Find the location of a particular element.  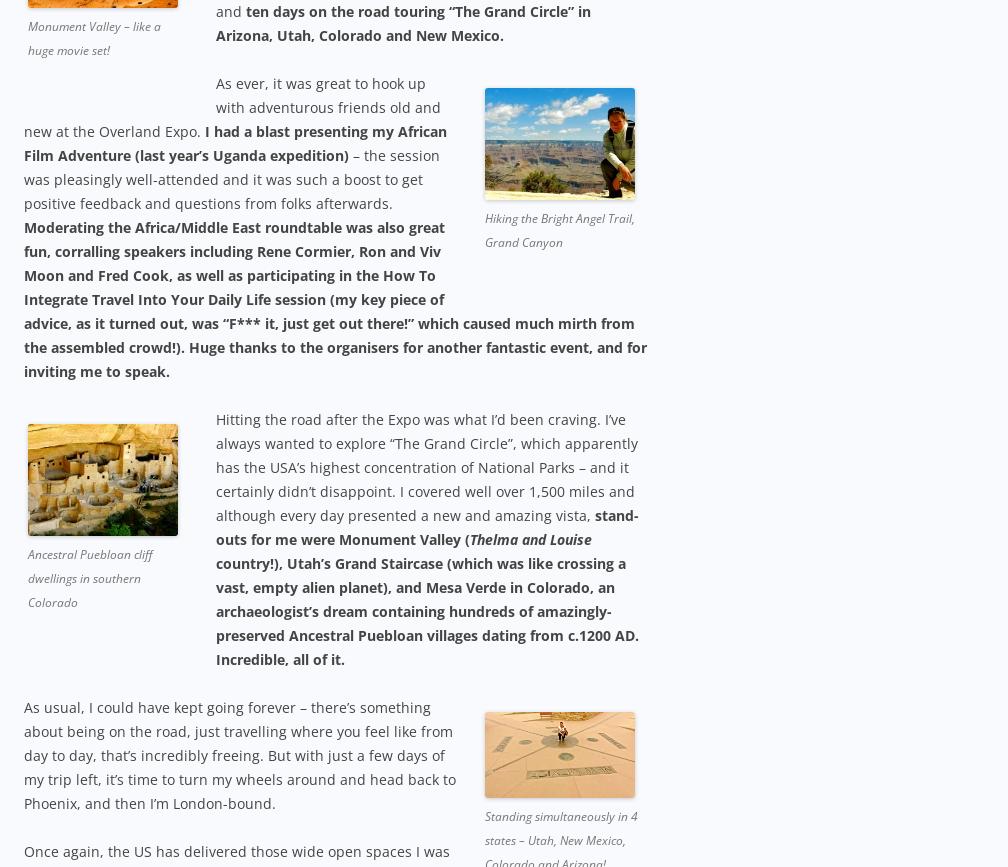

'ten days on the road touring “The Grand Circle” in Arizona, Utah, Colorado and New Mexico.' is located at coordinates (216, 22).